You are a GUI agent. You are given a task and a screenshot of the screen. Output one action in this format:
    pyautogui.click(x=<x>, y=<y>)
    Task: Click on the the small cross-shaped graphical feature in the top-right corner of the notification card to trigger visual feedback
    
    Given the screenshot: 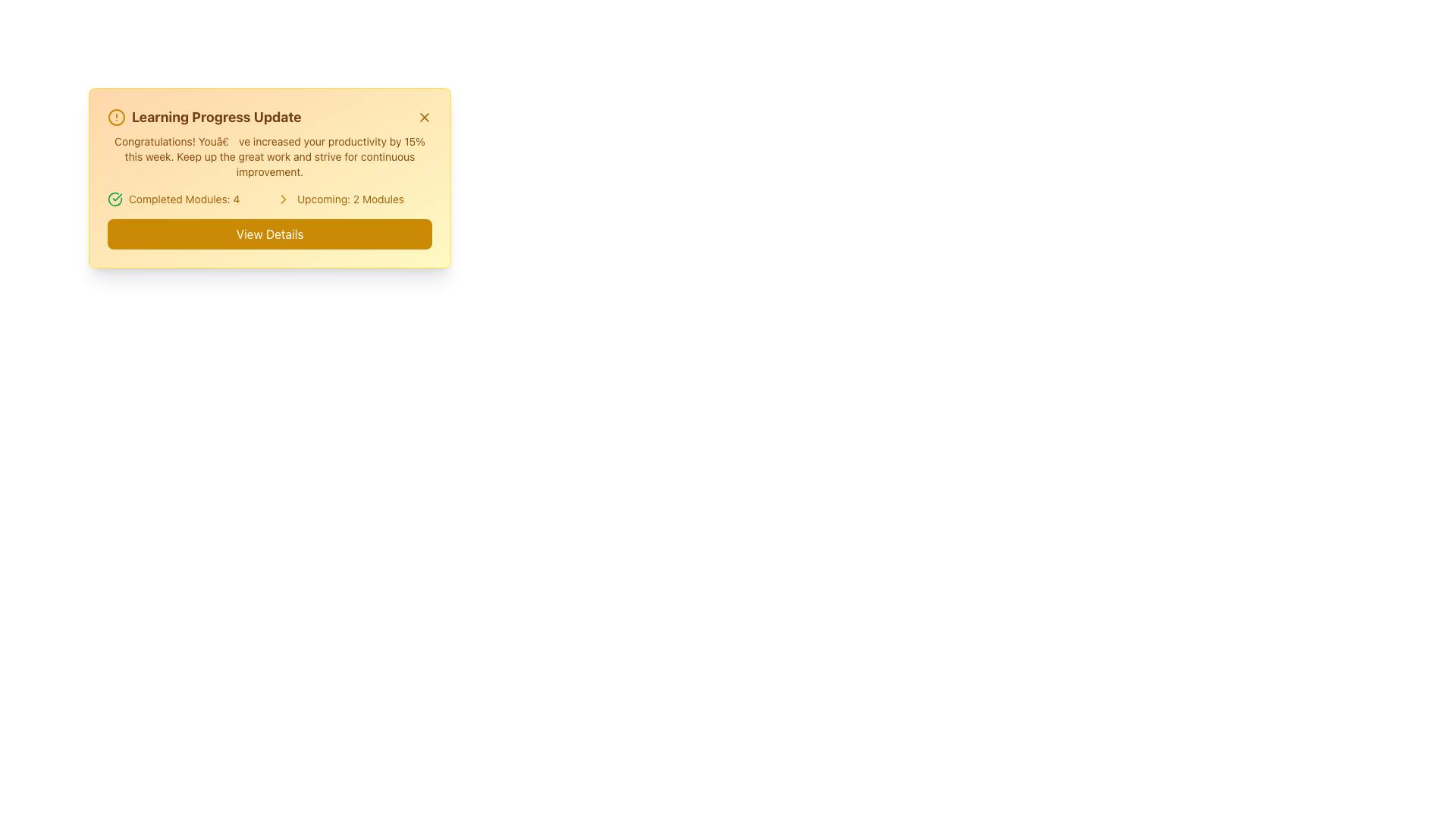 What is the action you would take?
    pyautogui.click(x=425, y=116)
    